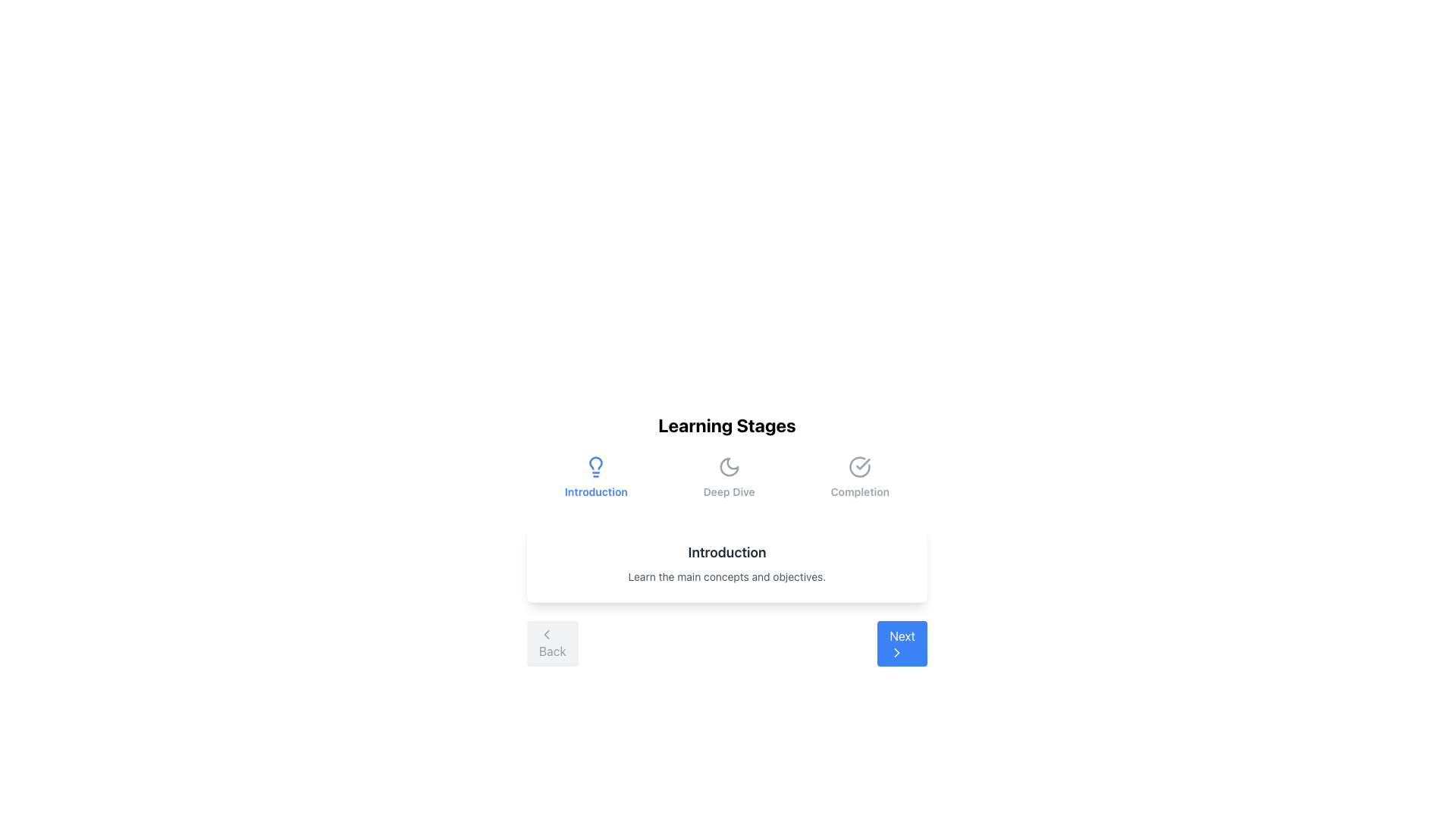 This screenshot has height=819, width=1456. Describe the element at coordinates (595, 476) in the screenshot. I see `the blue lightbulb icon labeled 'Introduction'` at that location.